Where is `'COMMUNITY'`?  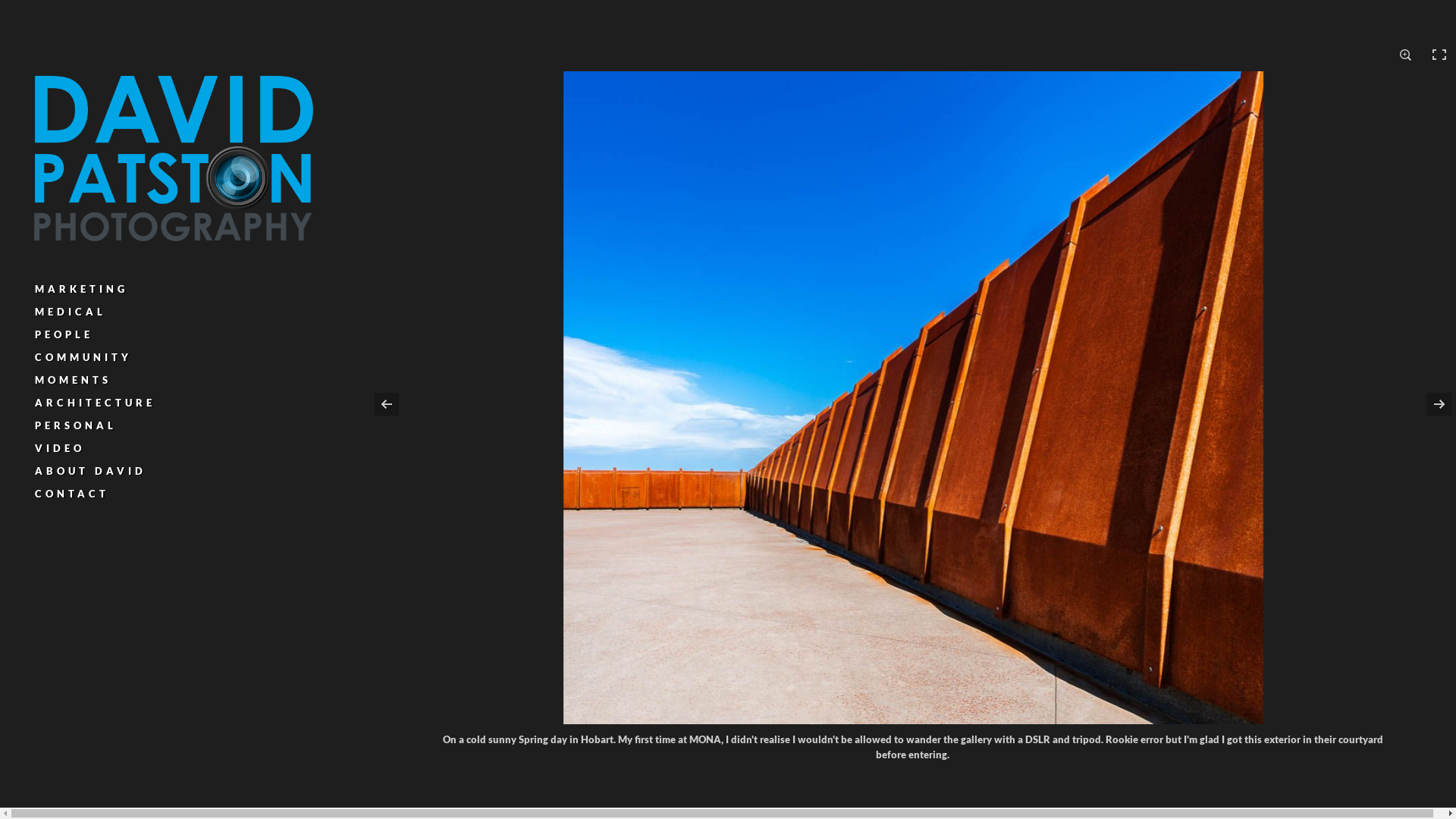
'COMMUNITY' is located at coordinates (83, 356).